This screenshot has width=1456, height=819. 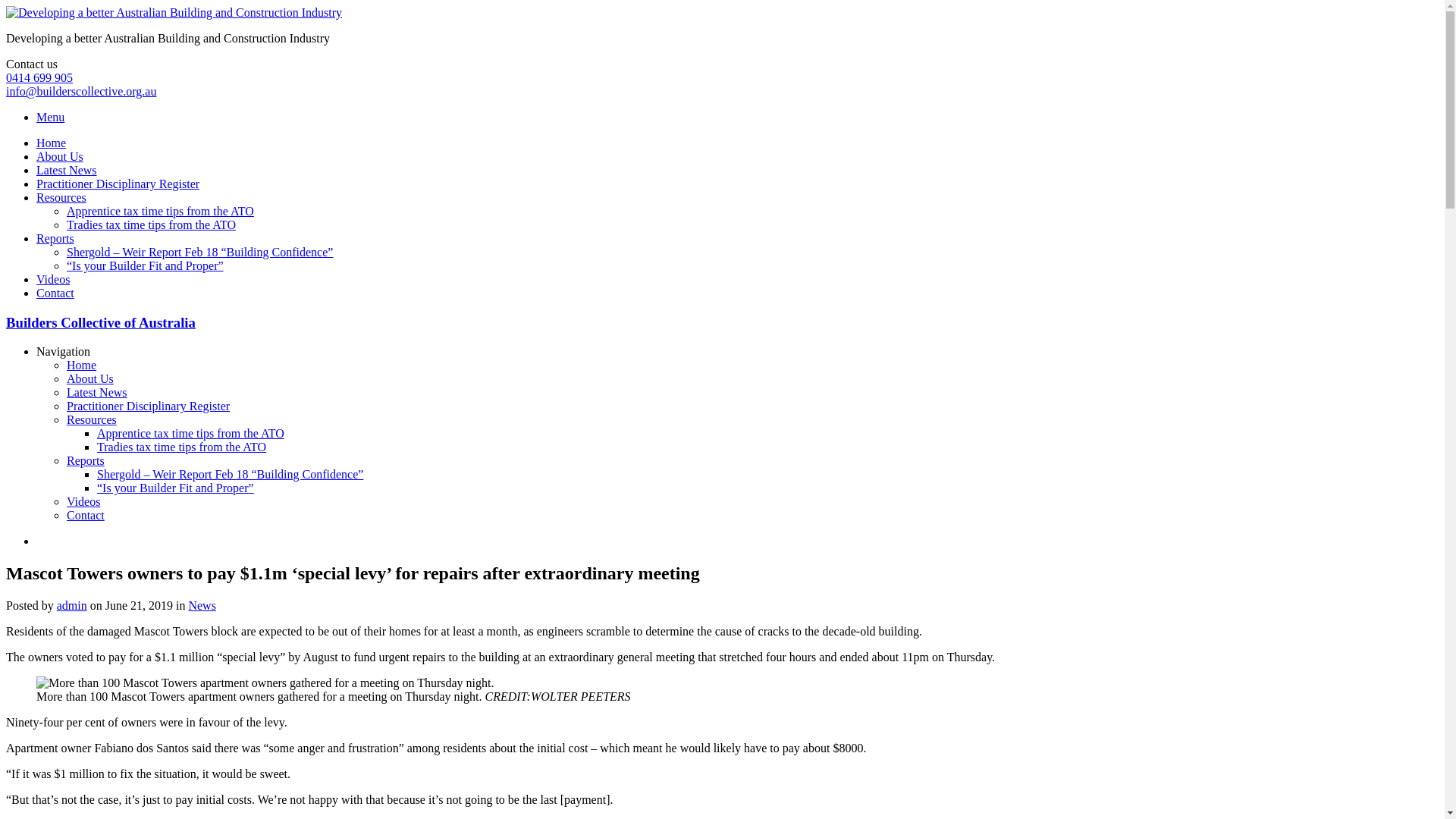 I want to click on '0414 699 905', so click(x=6, y=77).